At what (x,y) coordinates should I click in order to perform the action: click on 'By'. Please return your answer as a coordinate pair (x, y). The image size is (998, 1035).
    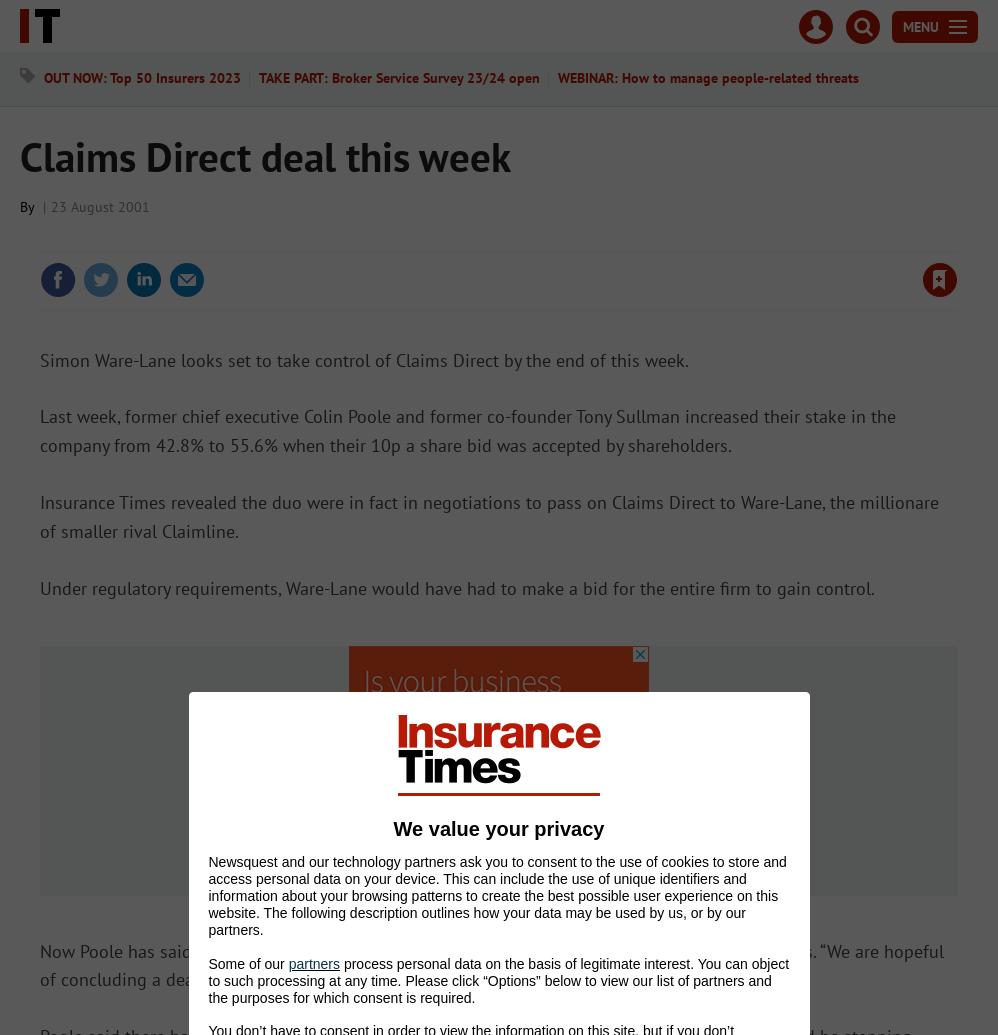
    Looking at the image, I should click on (29, 205).